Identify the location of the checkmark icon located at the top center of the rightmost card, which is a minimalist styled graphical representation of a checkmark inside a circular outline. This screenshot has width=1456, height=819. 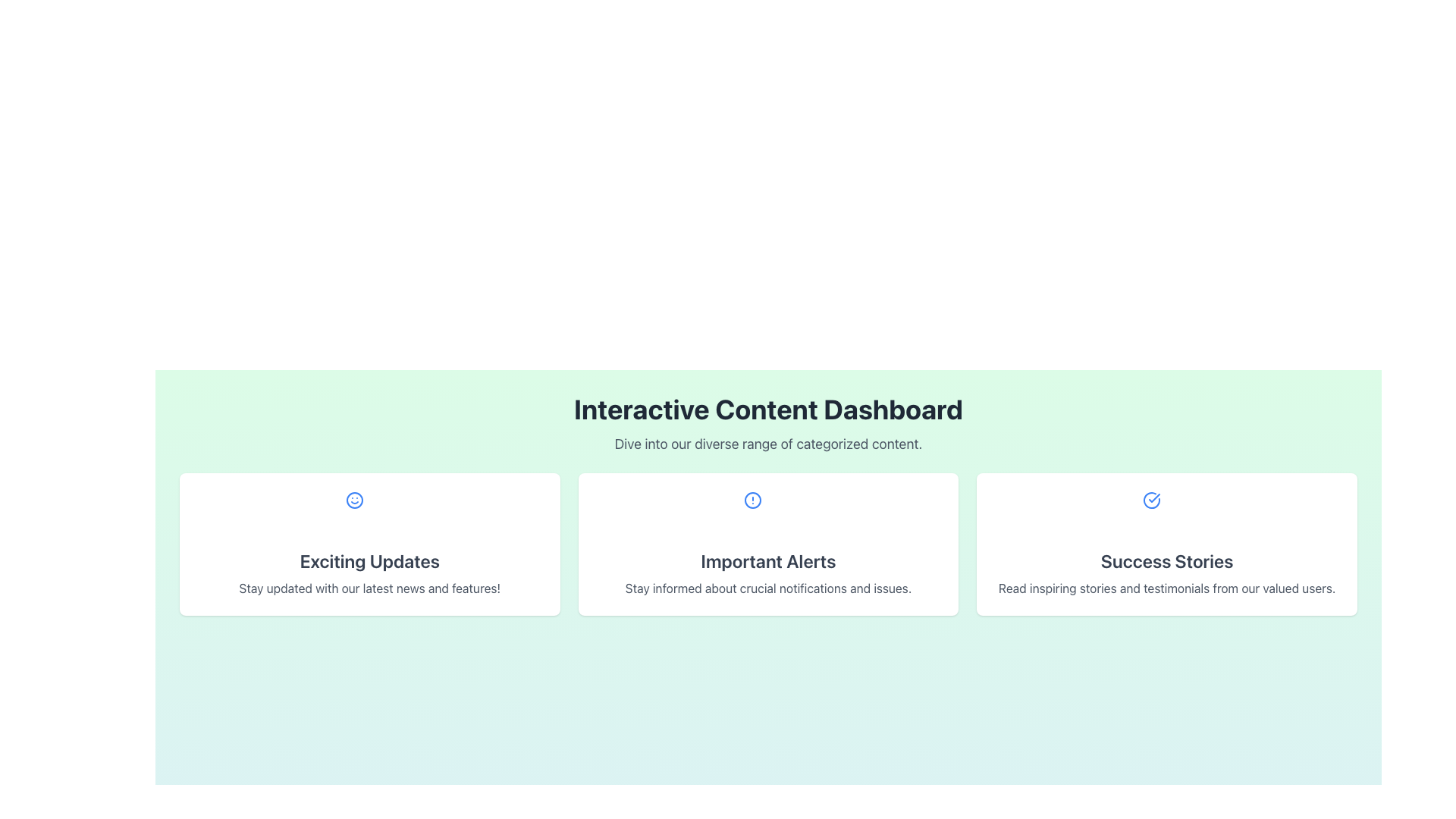
(1153, 497).